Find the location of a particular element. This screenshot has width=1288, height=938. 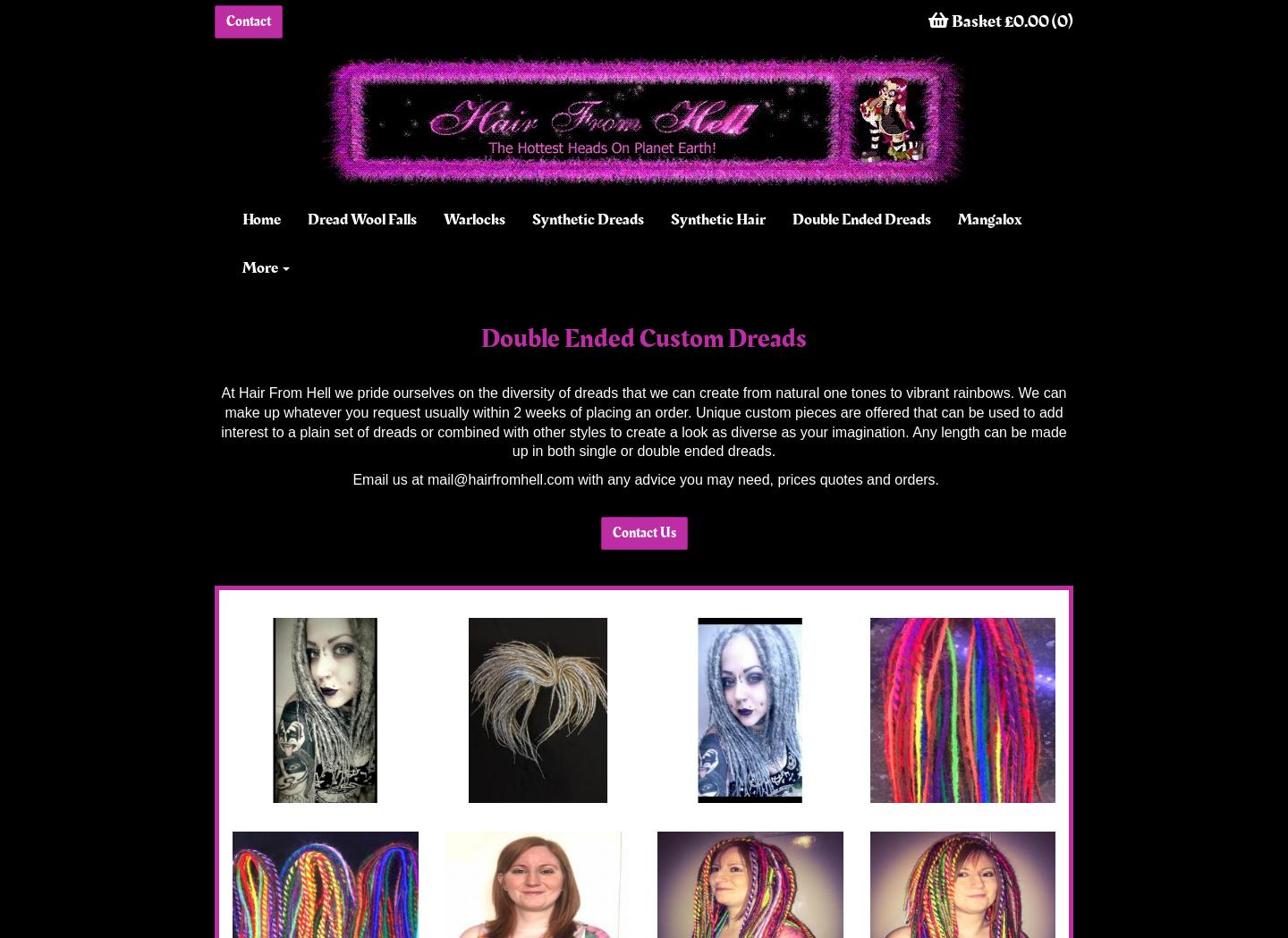

'Email us at mail@hairfromhell.com with any advice you may need, prices quotes and orders.' is located at coordinates (643, 479).